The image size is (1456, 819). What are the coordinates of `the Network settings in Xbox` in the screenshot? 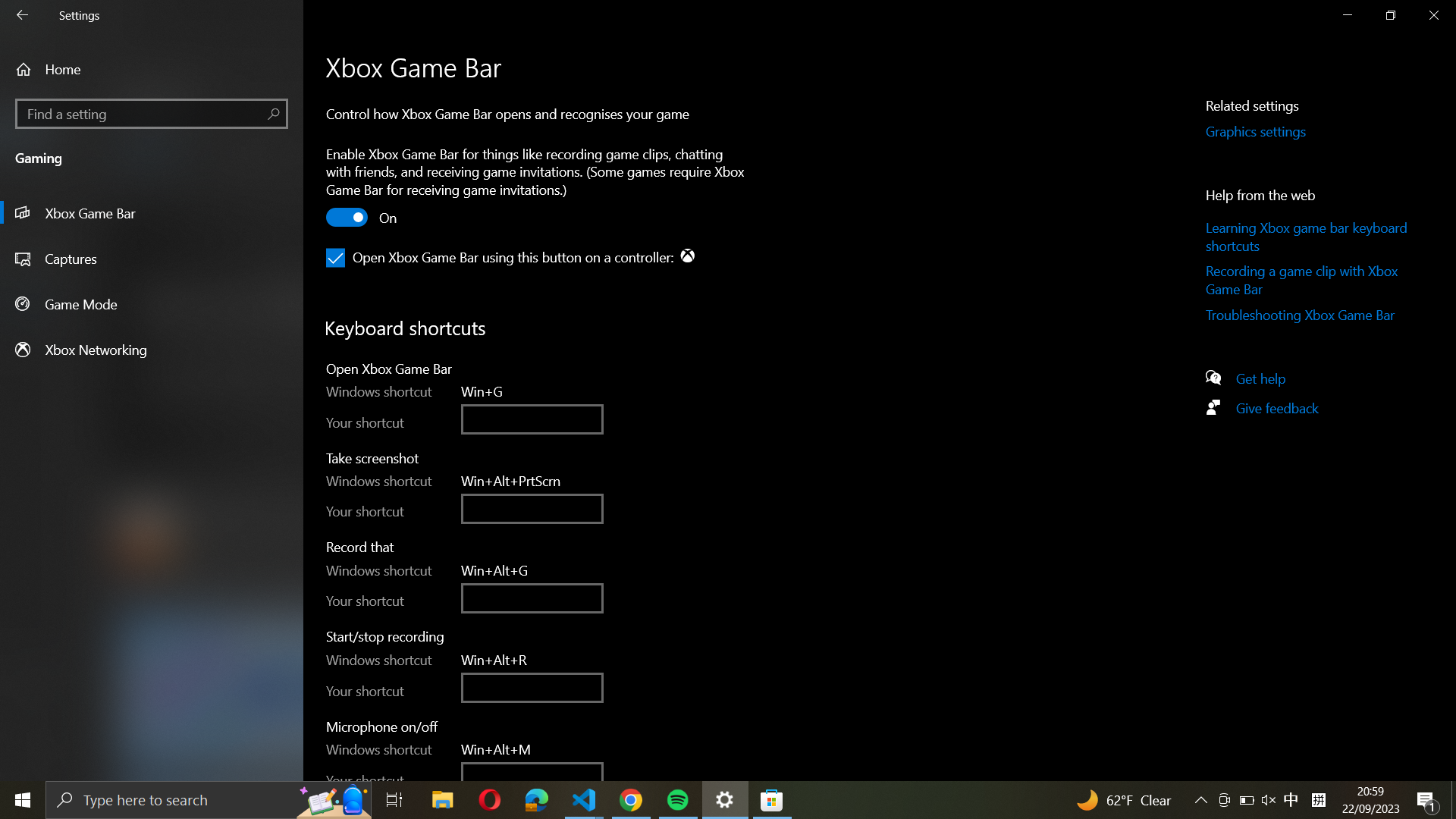 It's located at (152, 349).